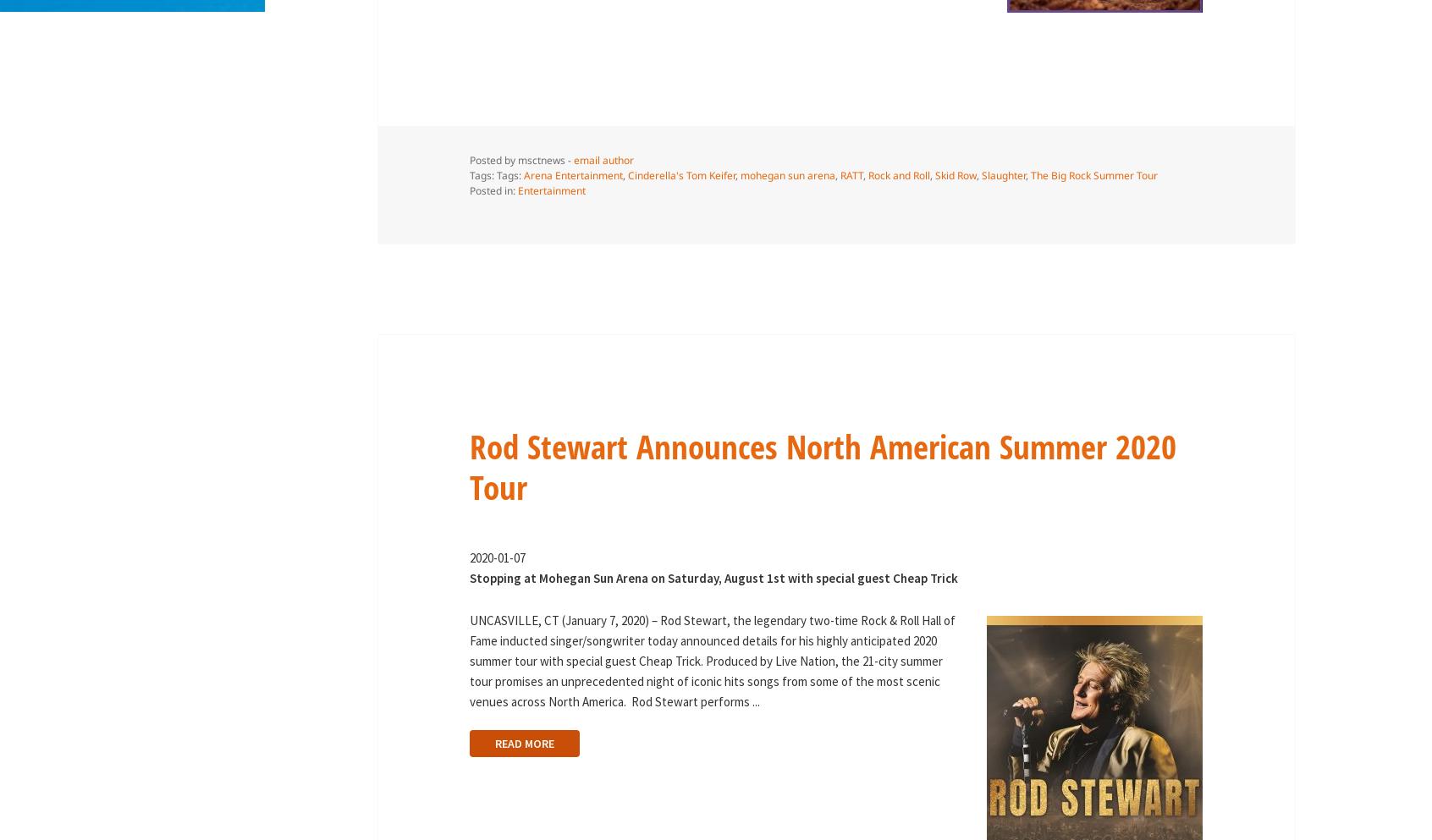  What do you see at coordinates (468, 659) in the screenshot?
I see `'UNCASVILLE, CT (January 7, 2020) – Rod Stewart, the legendary two-time Rock & Roll Hall of Fame inducted singer/songwriter today announced details for his highly anticipated 2020 summer tour with special guest Cheap Trick. Produced by Live Nation, the 21-city summer tour promises an unprecedented night of iconic hits songs from some of the most scenic venues across North America.  Rod Stewart performs'` at bounding box center [468, 659].